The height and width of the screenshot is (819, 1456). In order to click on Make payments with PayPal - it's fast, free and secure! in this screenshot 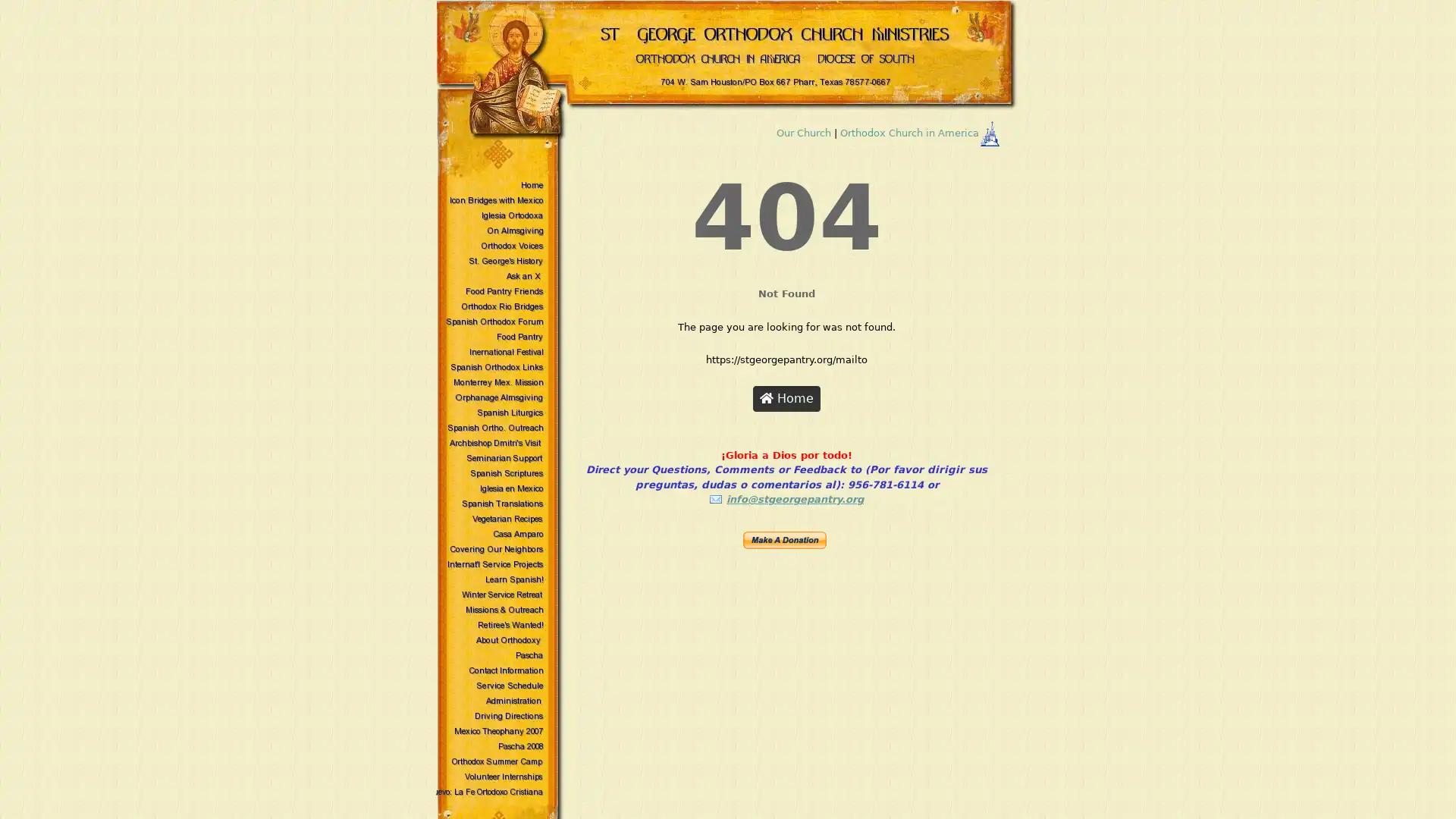, I will do `click(785, 539)`.